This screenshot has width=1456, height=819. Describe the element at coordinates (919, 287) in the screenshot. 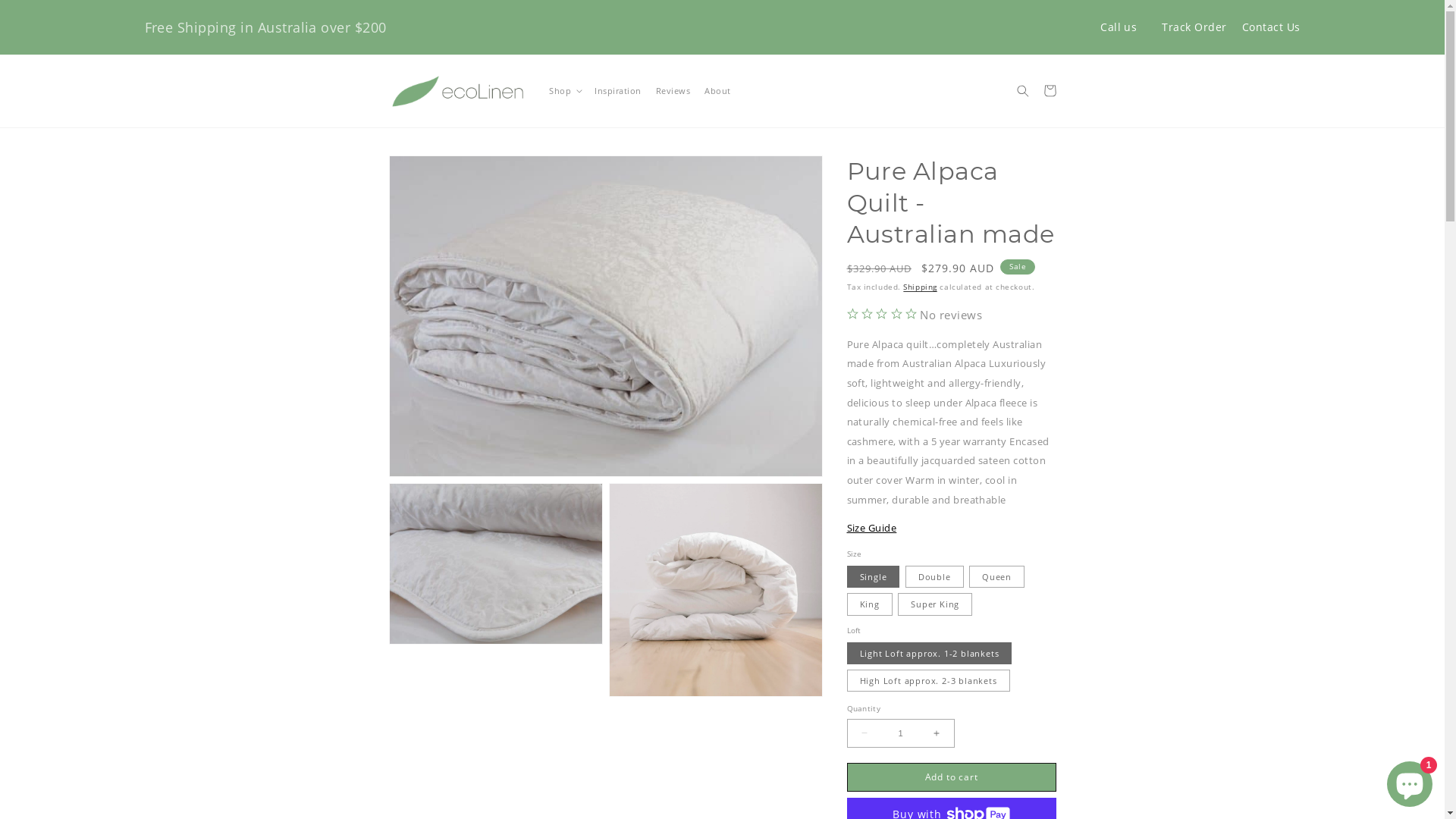

I see `'Shipping'` at that location.